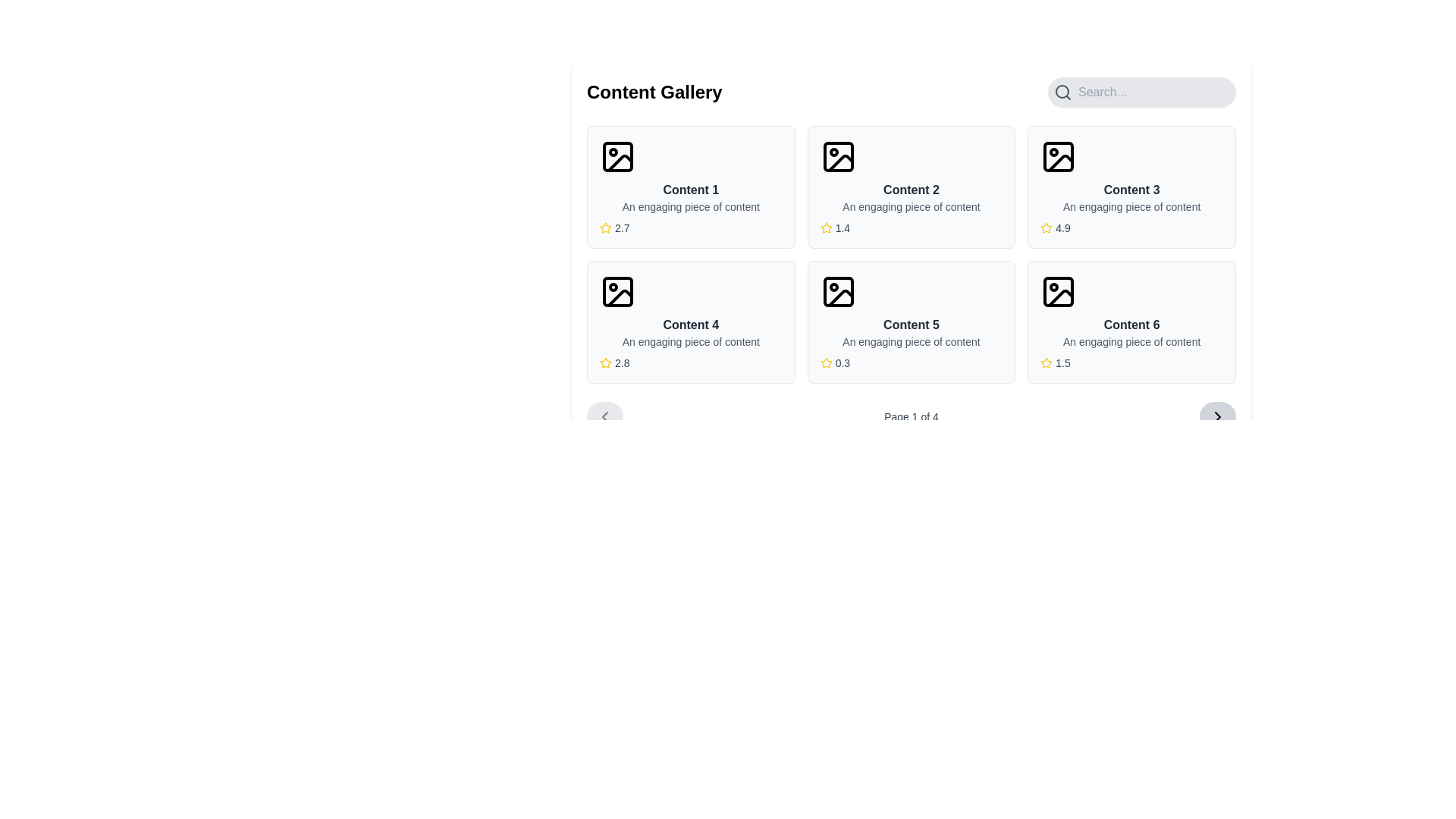 The height and width of the screenshot is (819, 1456). Describe the element at coordinates (690, 227) in the screenshot. I see `the star graphic in the Rating component located at the bottom-left corner of the 'Content 1' card in the 'Content Gallery'` at that location.